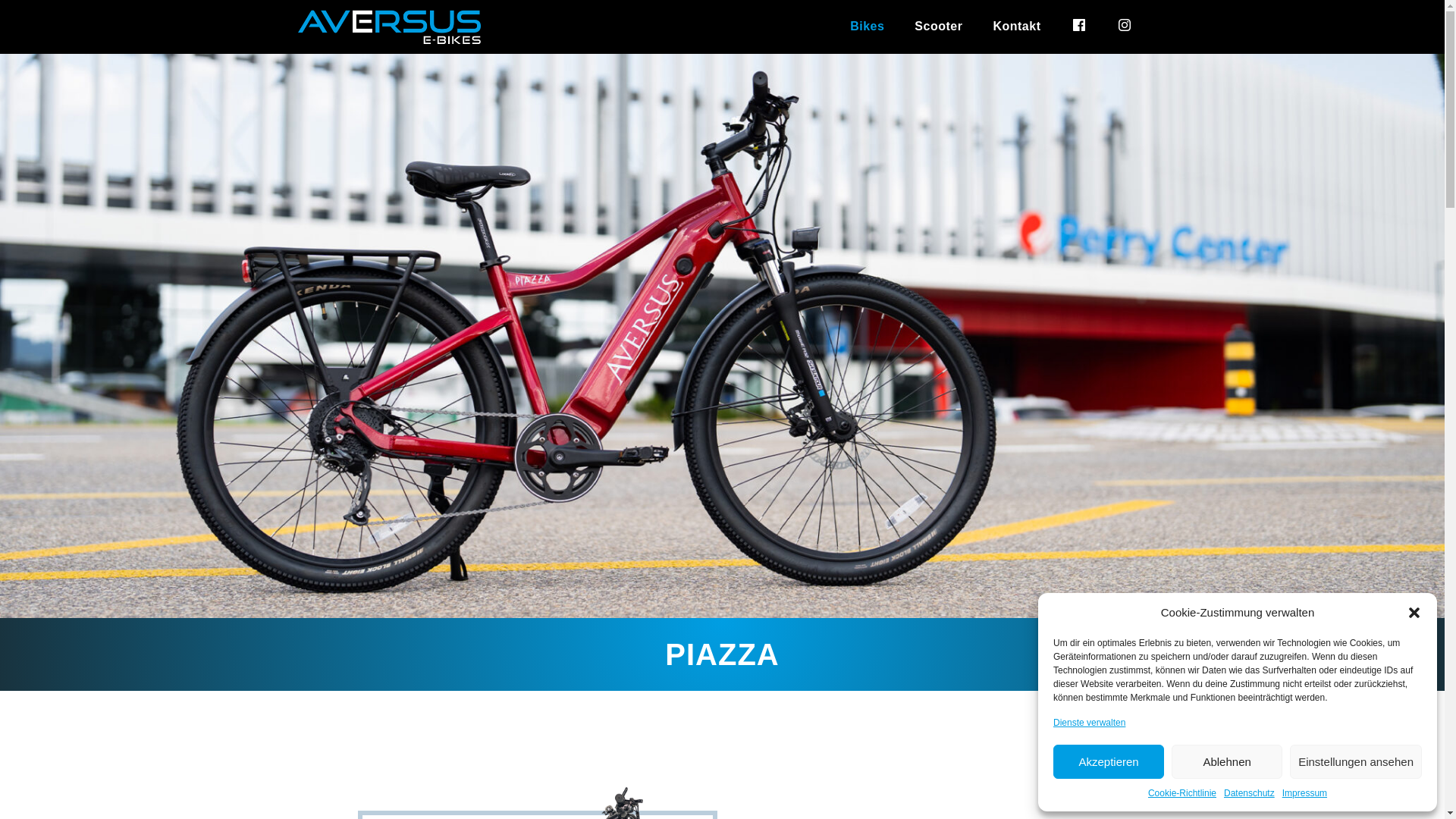 The height and width of the screenshot is (819, 1456). What do you see at coordinates (1124, 26) in the screenshot?
I see `'instagram'` at bounding box center [1124, 26].